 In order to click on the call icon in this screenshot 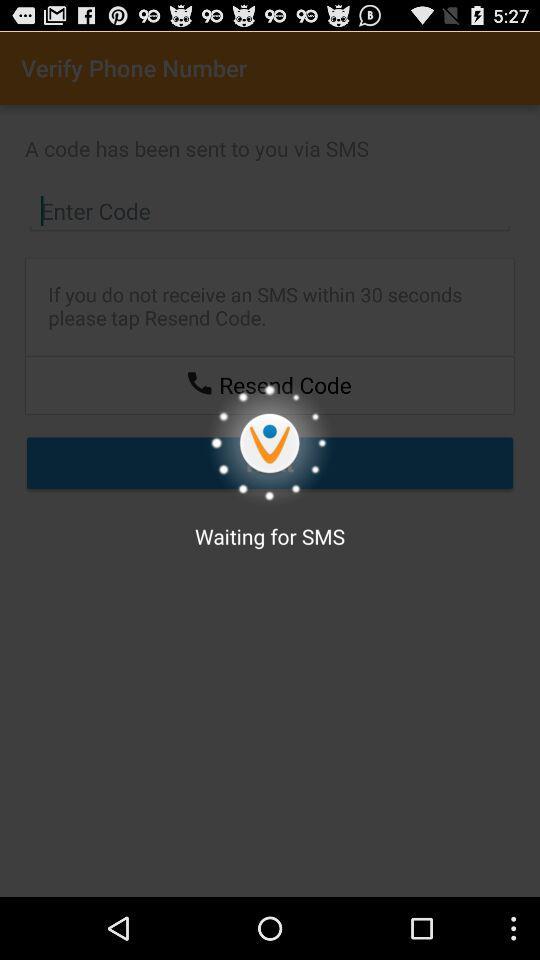, I will do `click(199, 407)`.